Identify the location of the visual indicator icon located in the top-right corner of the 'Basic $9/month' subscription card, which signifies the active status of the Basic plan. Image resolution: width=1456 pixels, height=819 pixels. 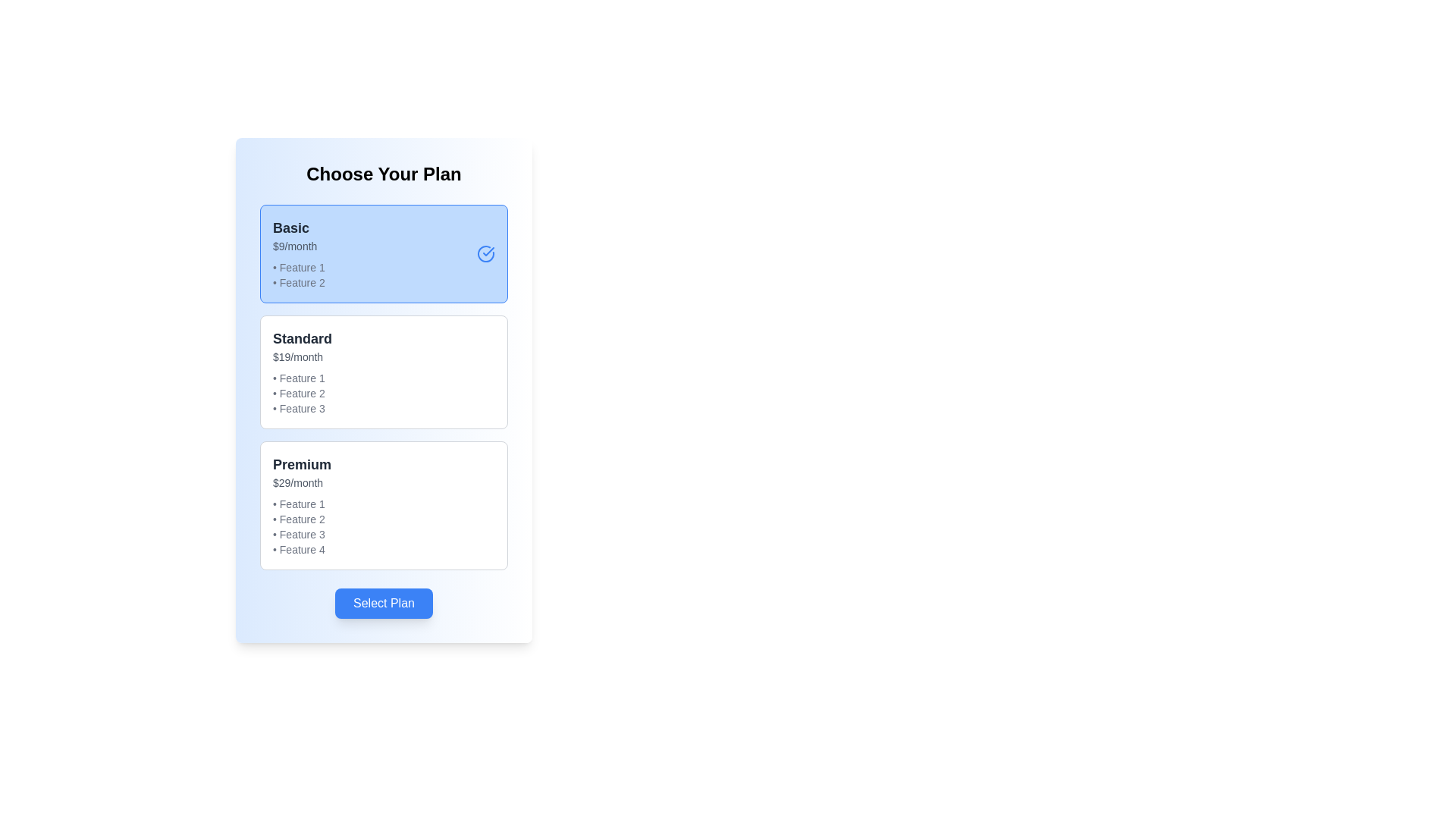
(486, 253).